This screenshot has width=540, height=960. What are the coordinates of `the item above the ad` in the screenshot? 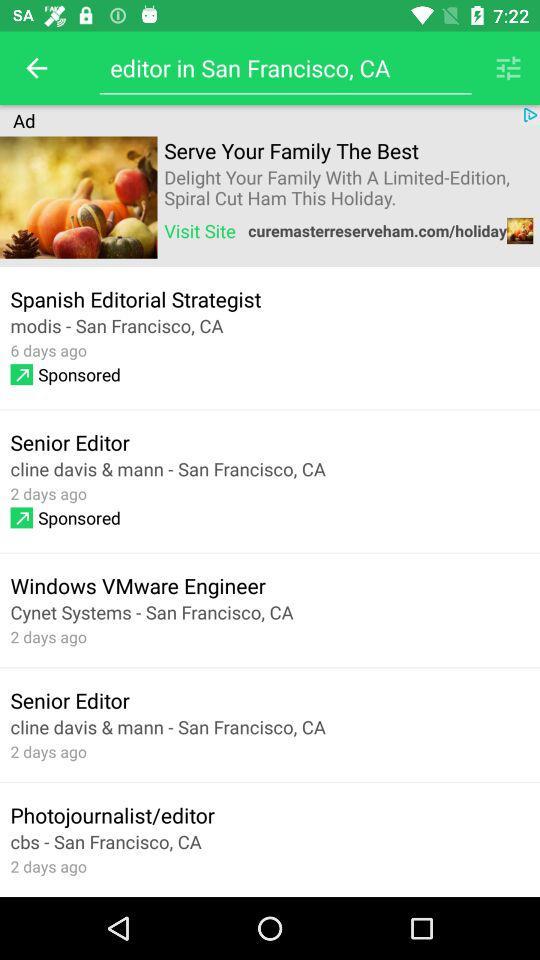 It's located at (36, 68).